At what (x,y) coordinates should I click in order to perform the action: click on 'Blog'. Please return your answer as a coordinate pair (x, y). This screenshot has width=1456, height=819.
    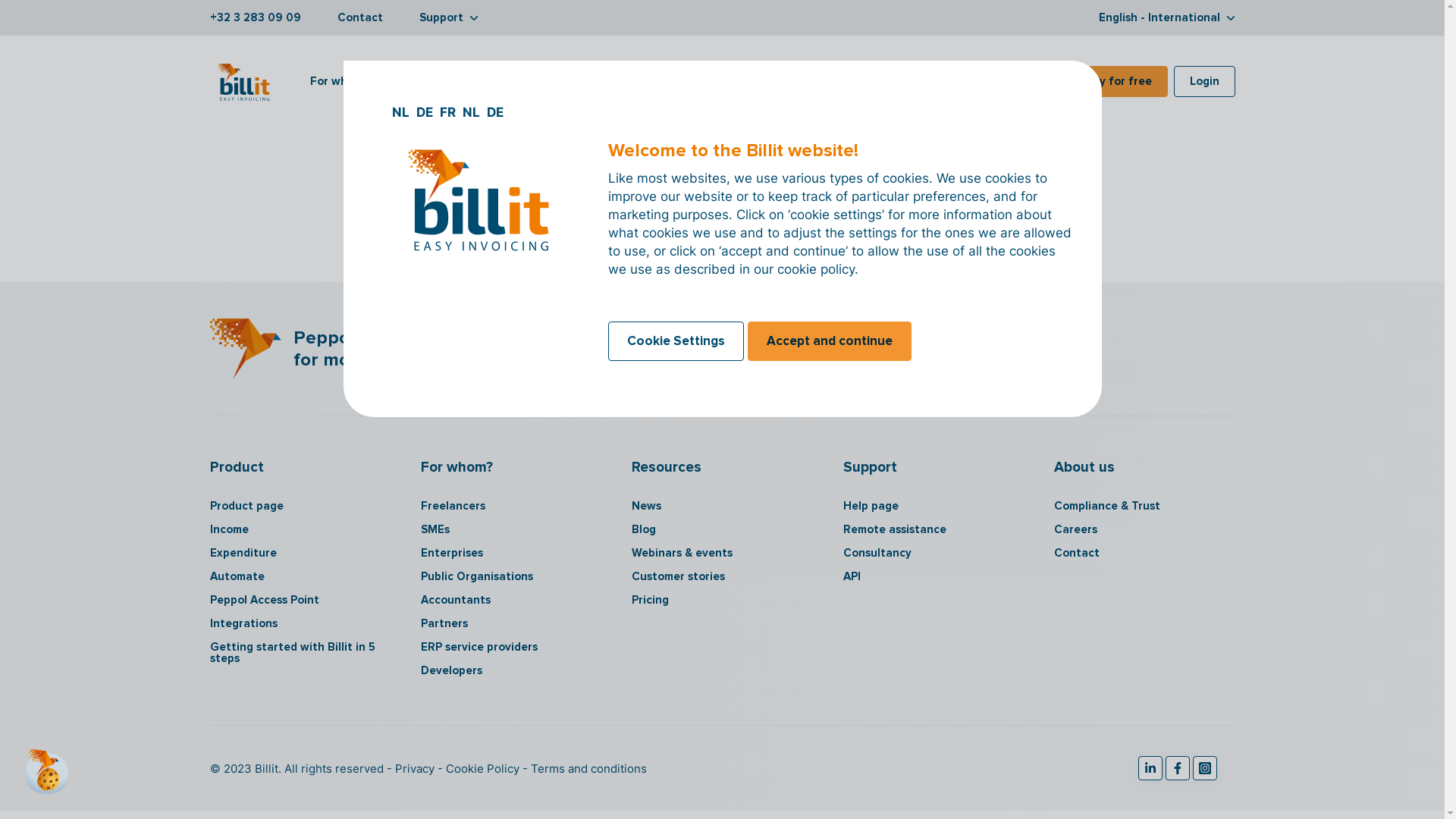
    Looking at the image, I should click on (720, 529).